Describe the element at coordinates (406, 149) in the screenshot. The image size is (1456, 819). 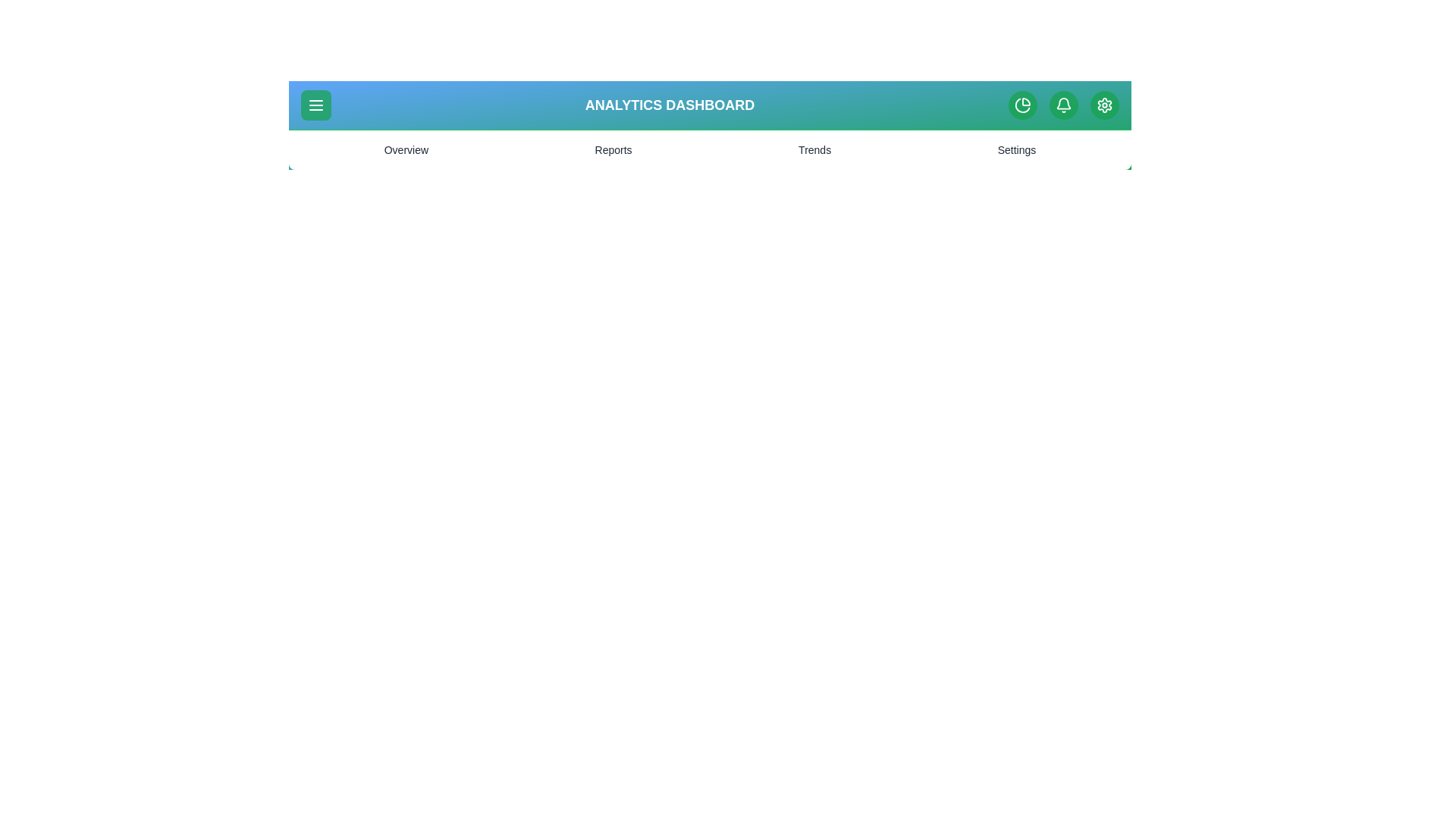
I see `the Overview menu item to navigate to the corresponding section` at that location.